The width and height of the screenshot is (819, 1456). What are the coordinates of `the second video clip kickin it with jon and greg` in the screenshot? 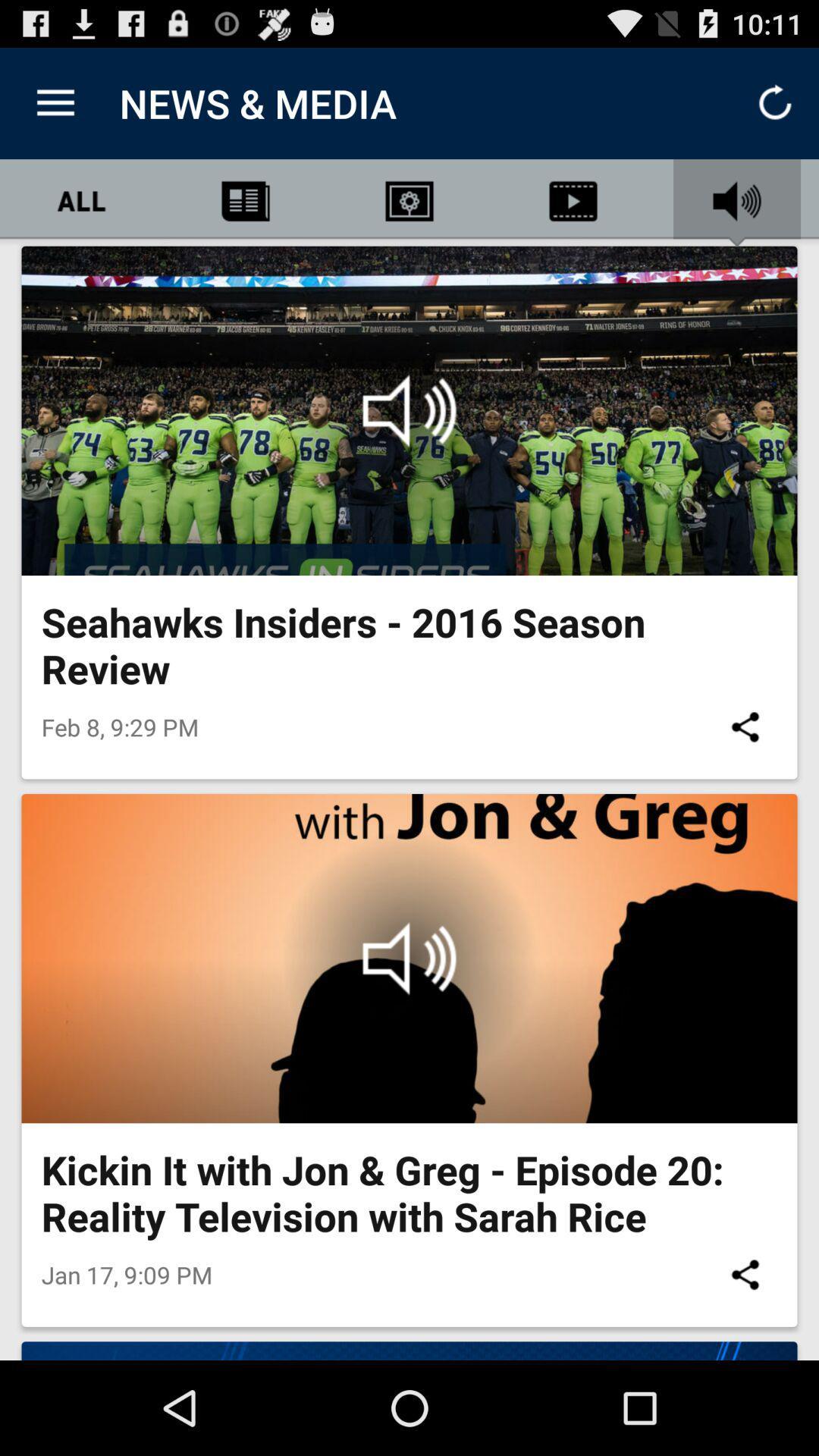 It's located at (409, 957).